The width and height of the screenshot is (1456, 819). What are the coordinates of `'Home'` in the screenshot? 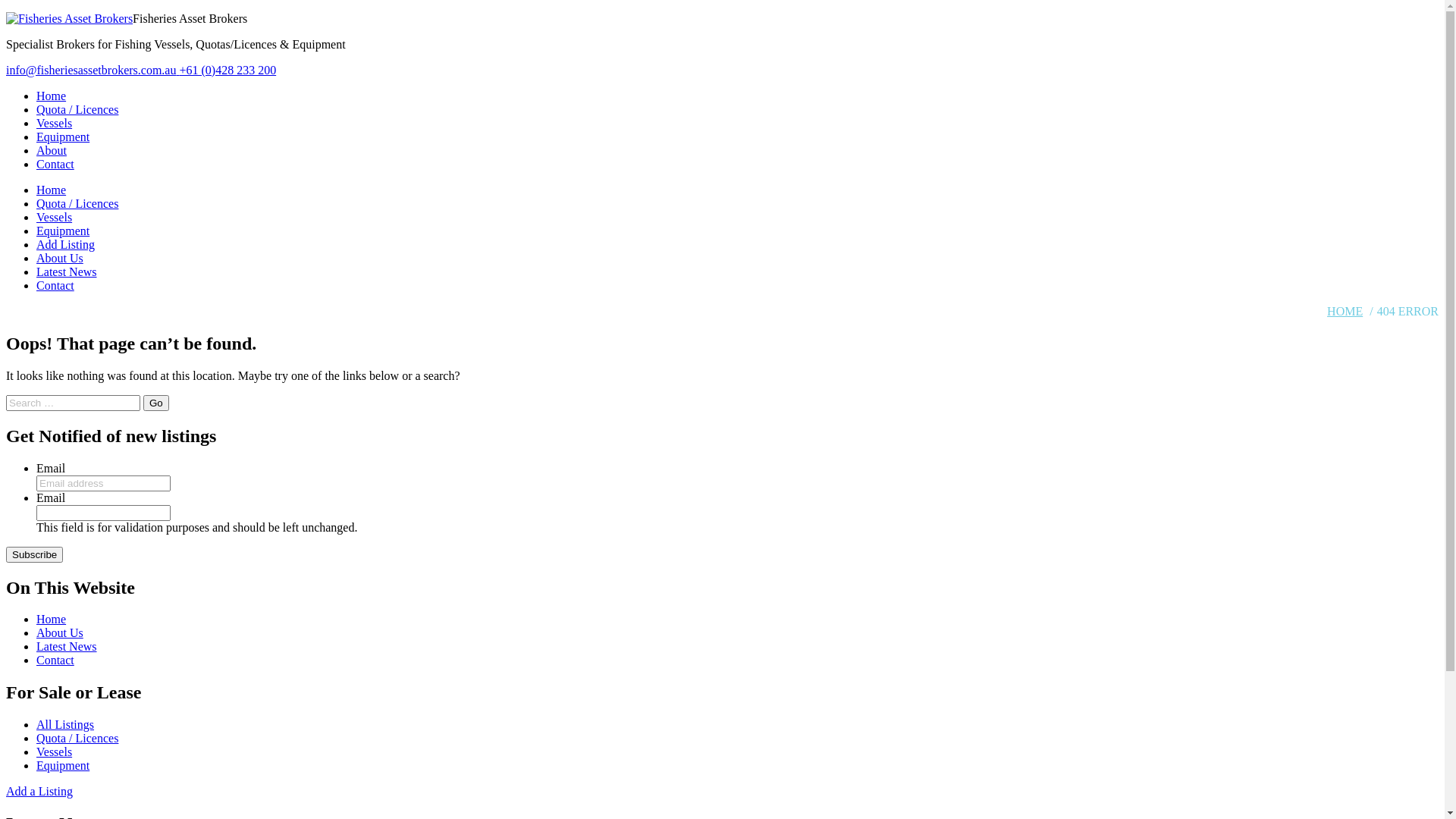 It's located at (36, 189).